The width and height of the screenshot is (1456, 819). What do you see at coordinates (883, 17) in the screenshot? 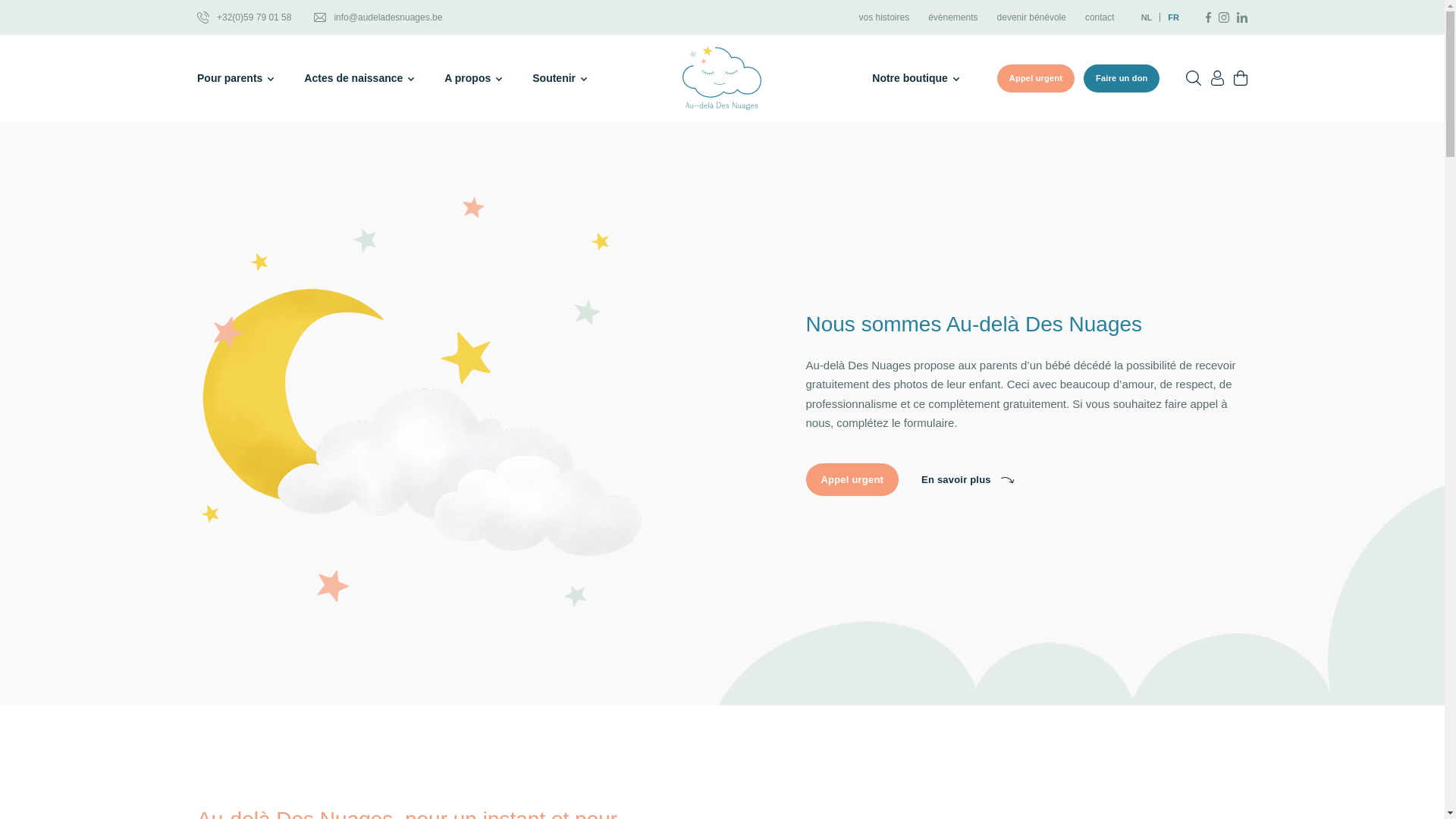
I see `'vos histoires'` at bounding box center [883, 17].